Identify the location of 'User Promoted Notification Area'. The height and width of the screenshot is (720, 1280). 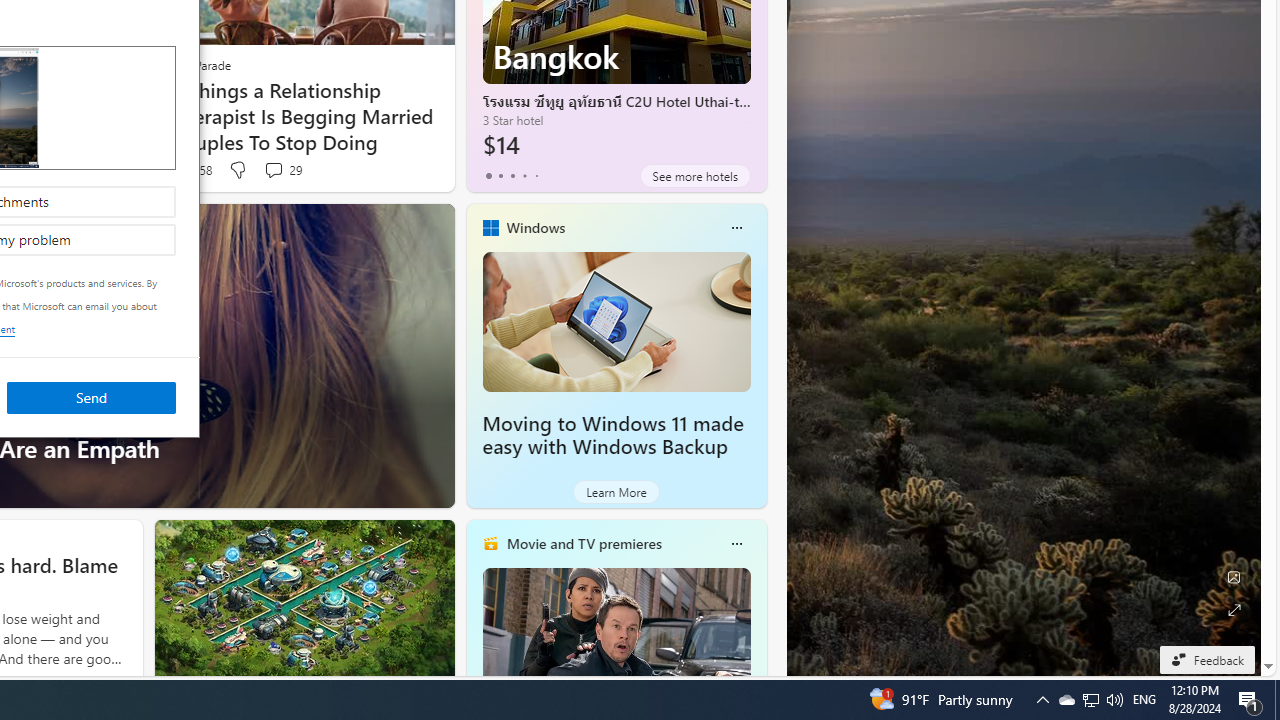
(1089, 698).